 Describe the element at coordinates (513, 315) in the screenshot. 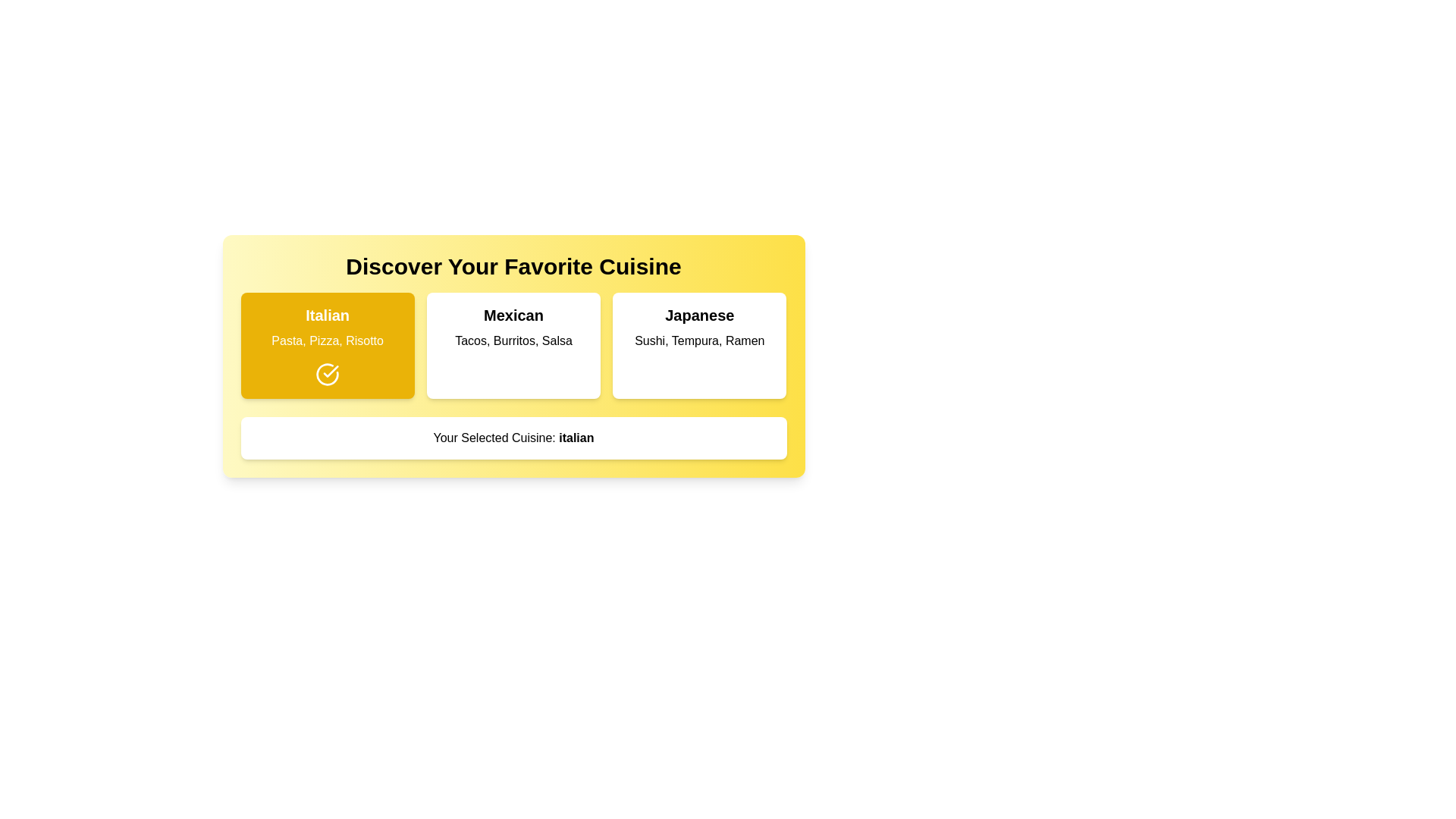

I see `Text label titled 'Mexican' which is styled in bold and larger font, located at the center of the middle block in the interface` at that location.